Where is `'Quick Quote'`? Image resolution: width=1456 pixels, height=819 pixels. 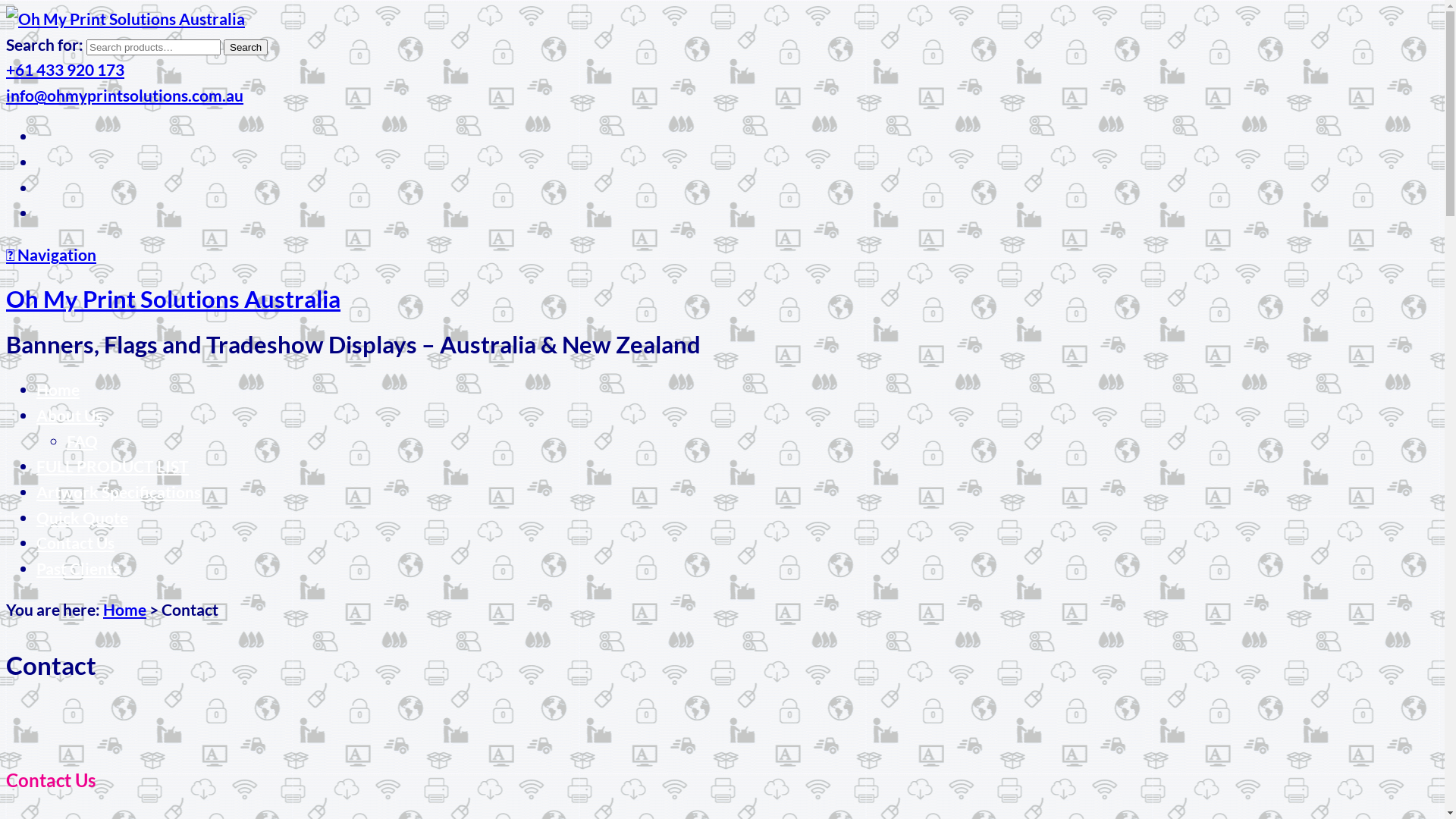 'Quick Quote' is located at coordinates (81, 516).